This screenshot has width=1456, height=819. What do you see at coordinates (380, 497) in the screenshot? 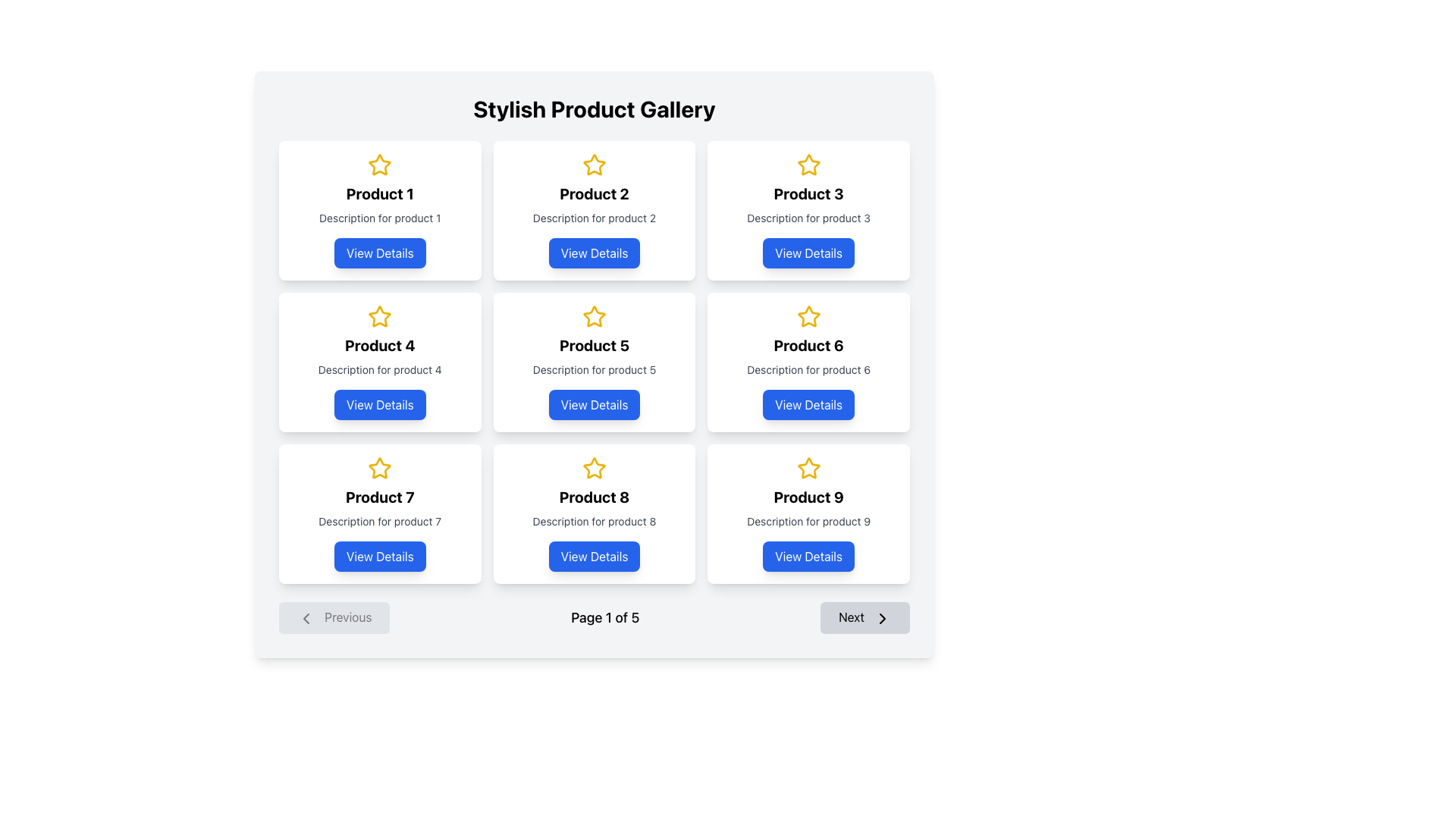
I see `product title text label located in the leftmost column of the grid layout, directly below the yellow star icon` at bounding box center [380, 497].